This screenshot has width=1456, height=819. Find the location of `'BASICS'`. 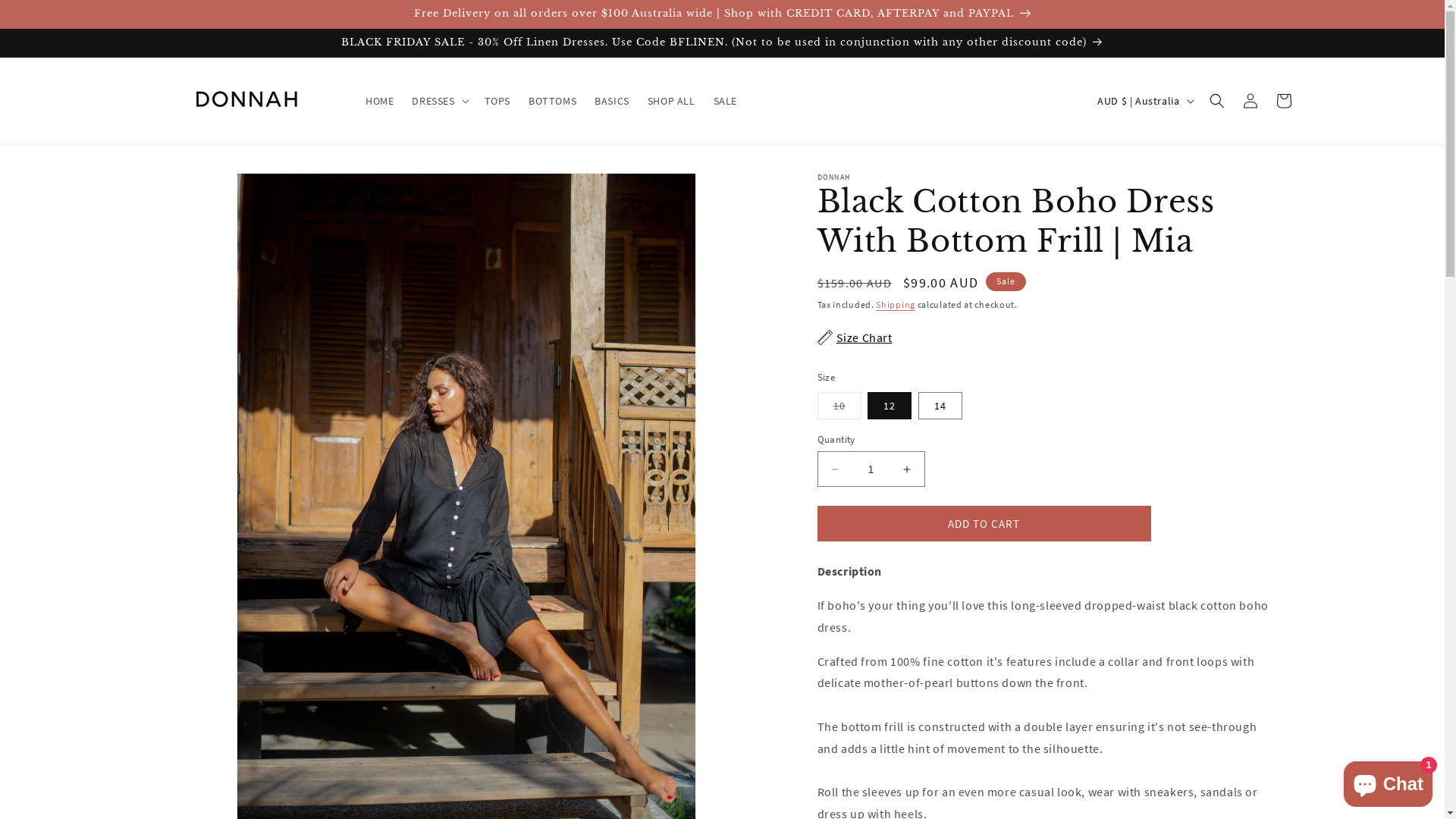

'BASICS' is located at coordinates (611, 100).